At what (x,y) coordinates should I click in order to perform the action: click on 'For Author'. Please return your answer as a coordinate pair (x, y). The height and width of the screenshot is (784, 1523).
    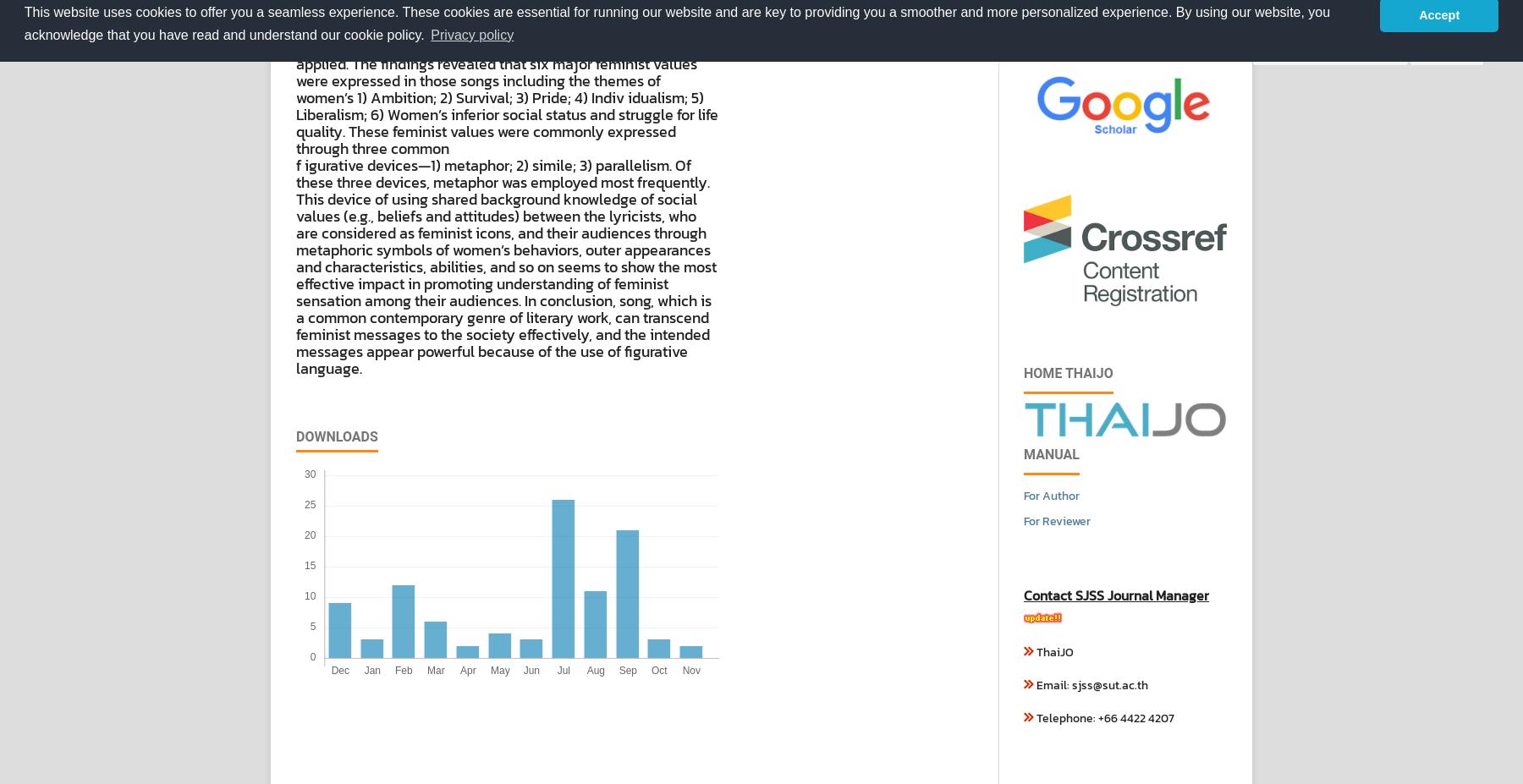
    Looking at the image, I should click on (1052, 496).